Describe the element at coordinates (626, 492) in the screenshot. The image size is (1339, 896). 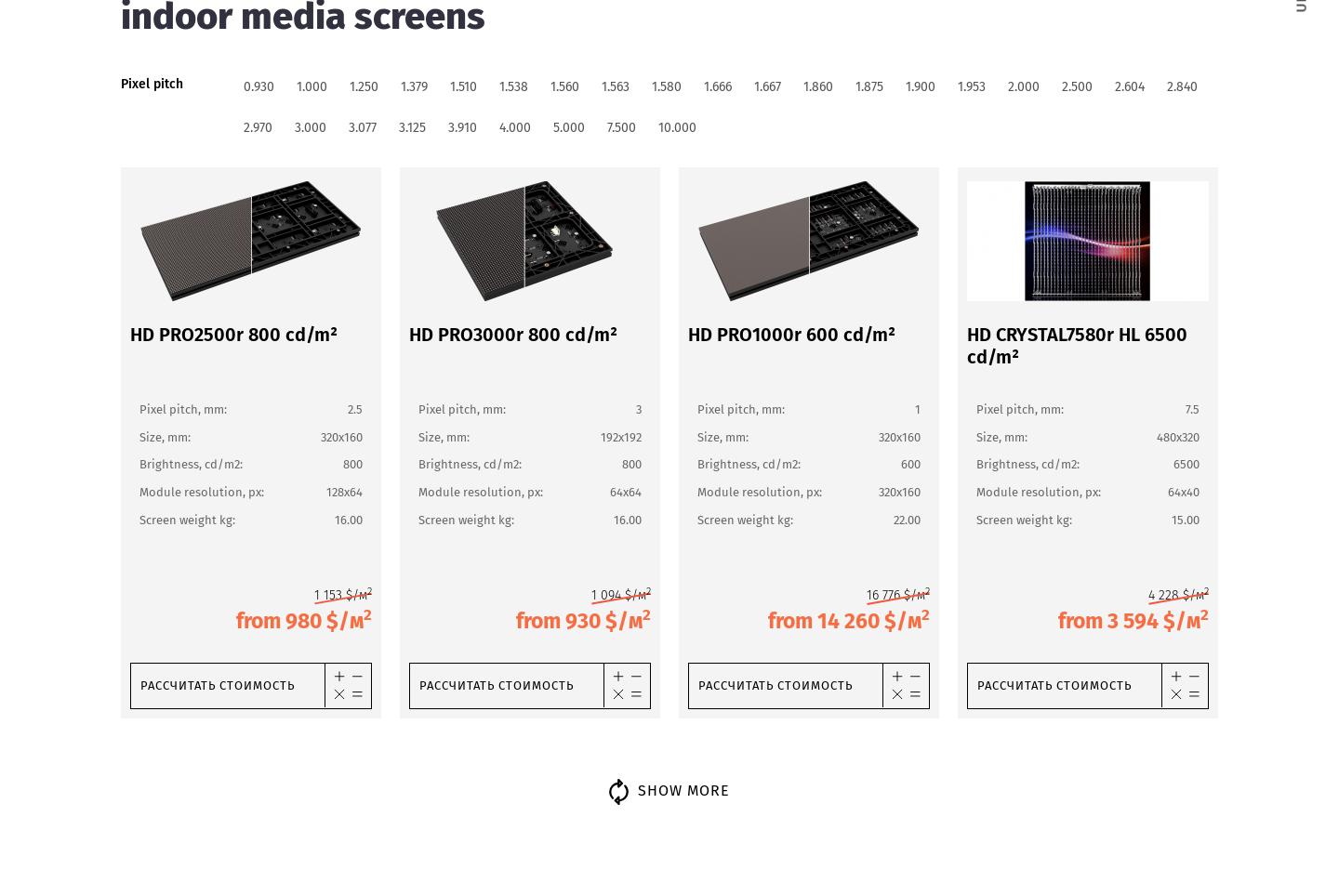
I see `'64x64'` at that location.